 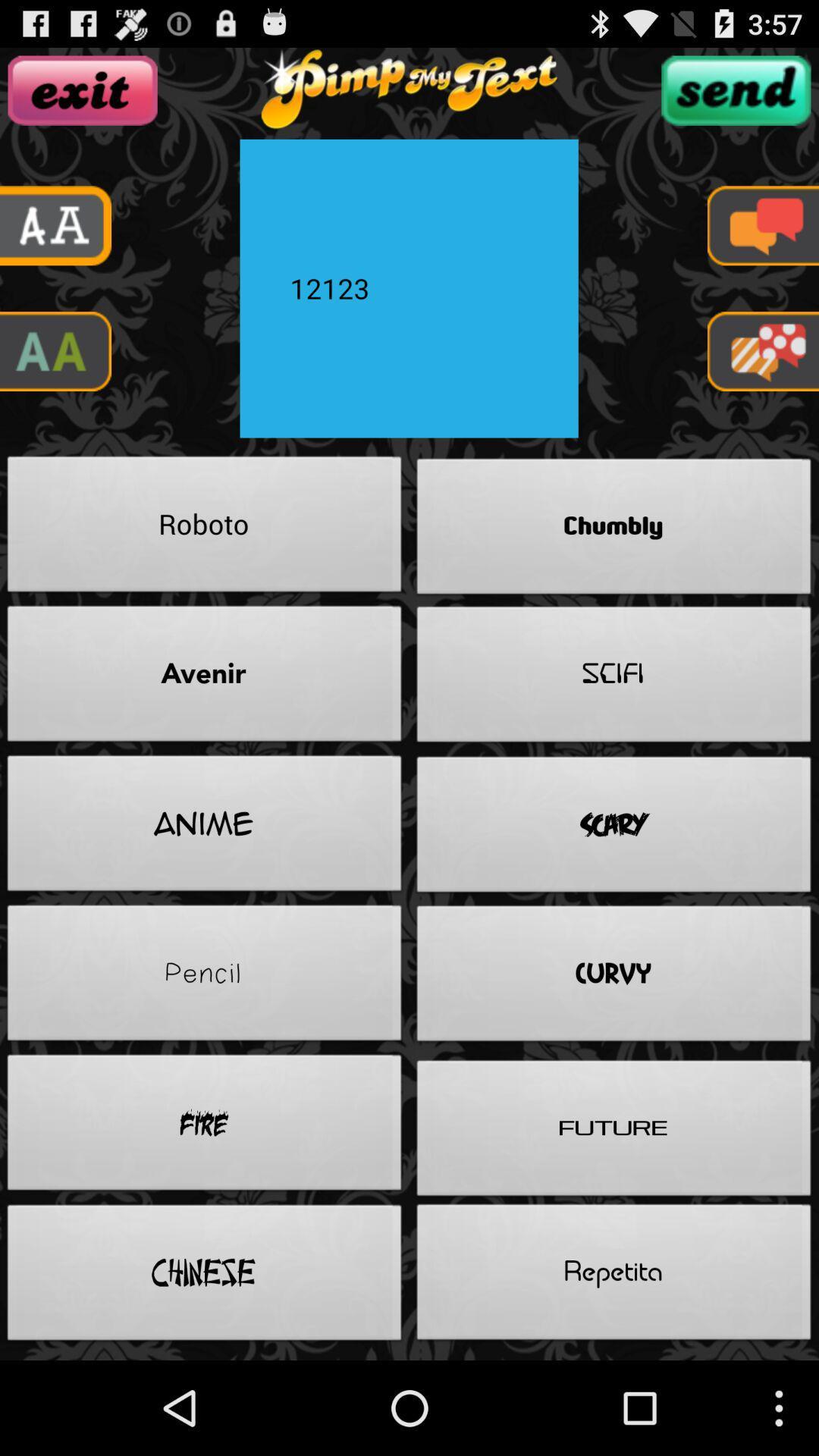 I want to click on send button, so click(x=735, y=89).